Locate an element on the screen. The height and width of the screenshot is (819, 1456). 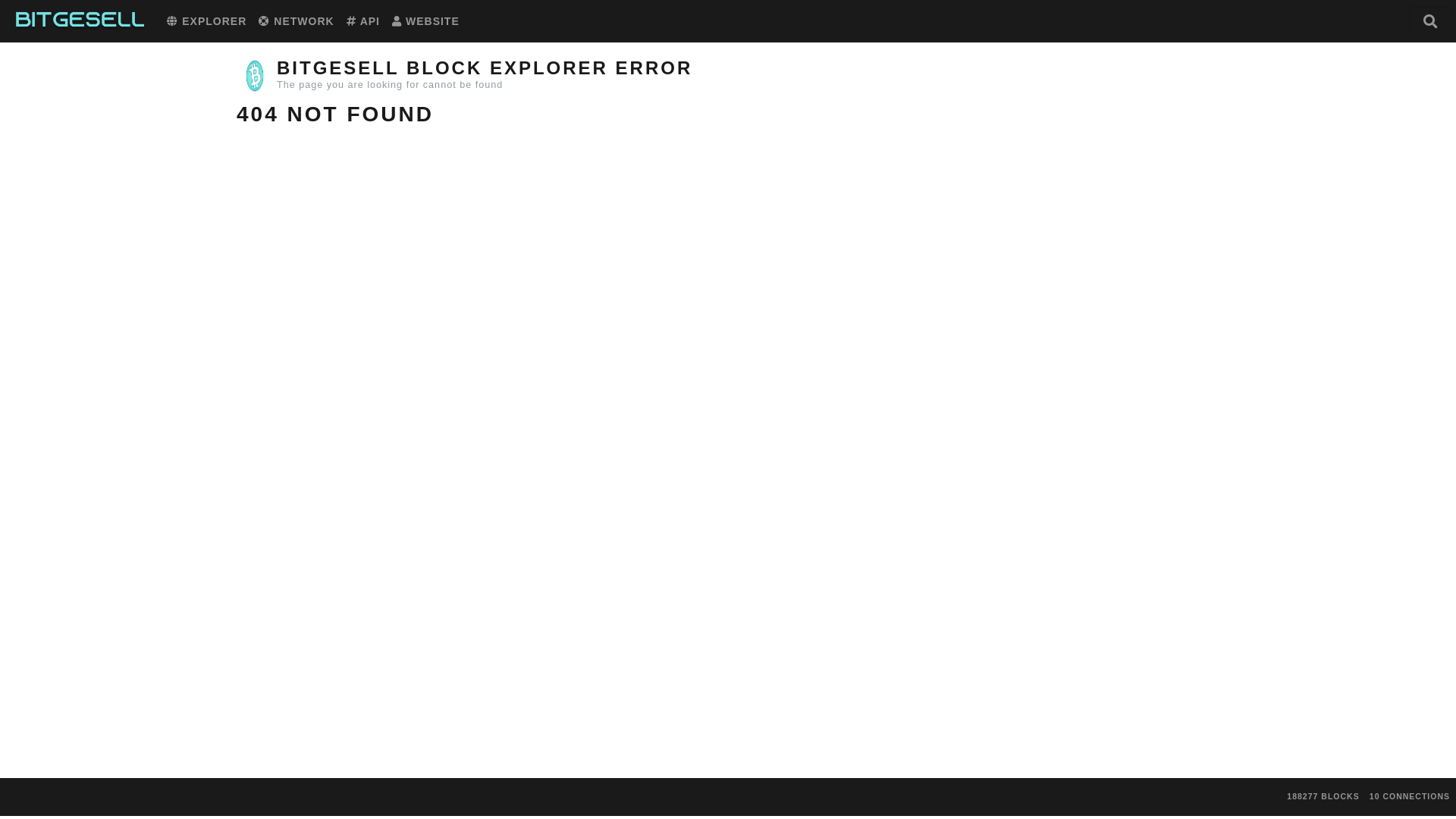
'WEBSITE' is located at coordinates (425, 21).